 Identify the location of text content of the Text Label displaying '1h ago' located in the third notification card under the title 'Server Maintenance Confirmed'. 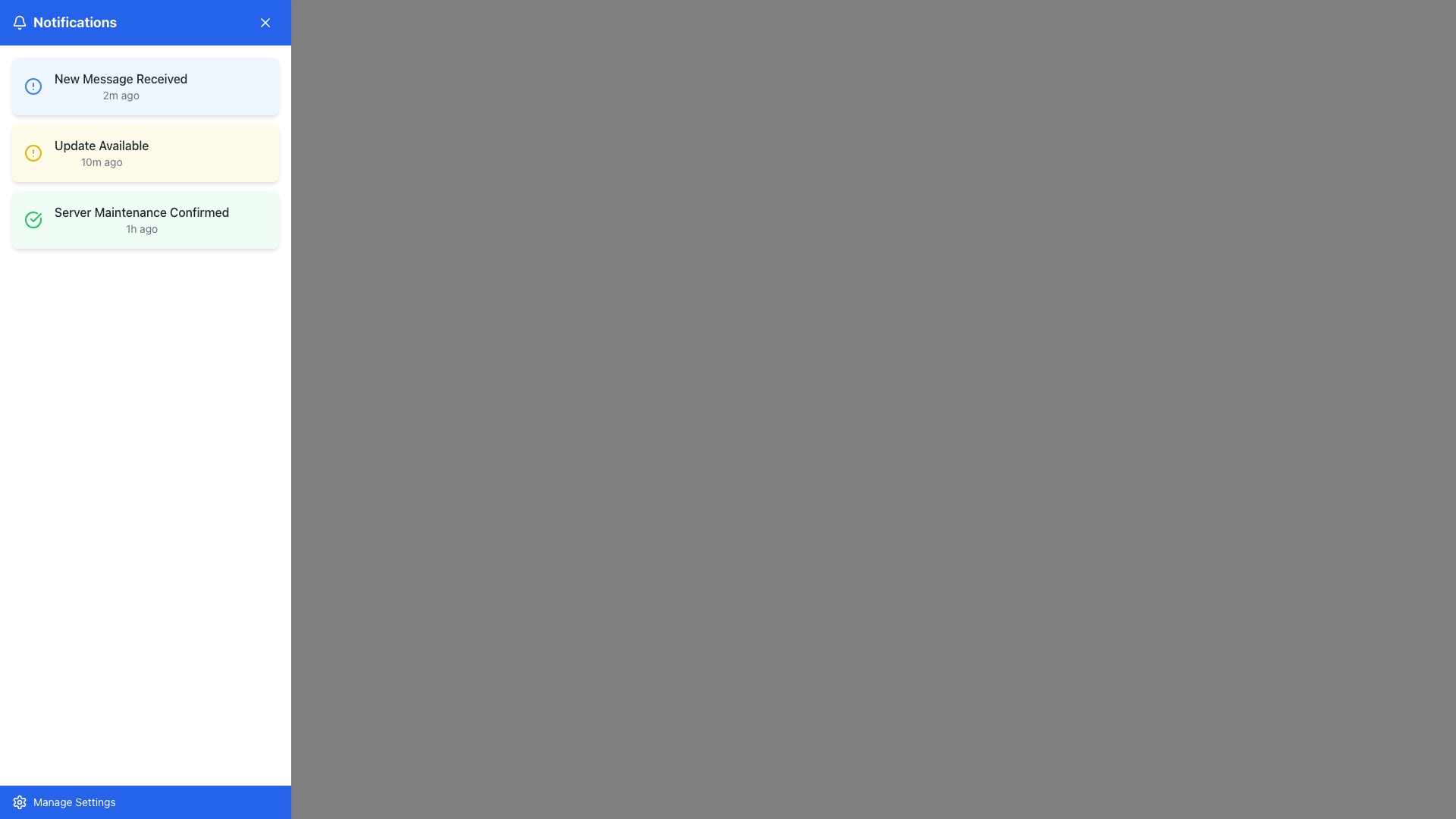
(142, 228).